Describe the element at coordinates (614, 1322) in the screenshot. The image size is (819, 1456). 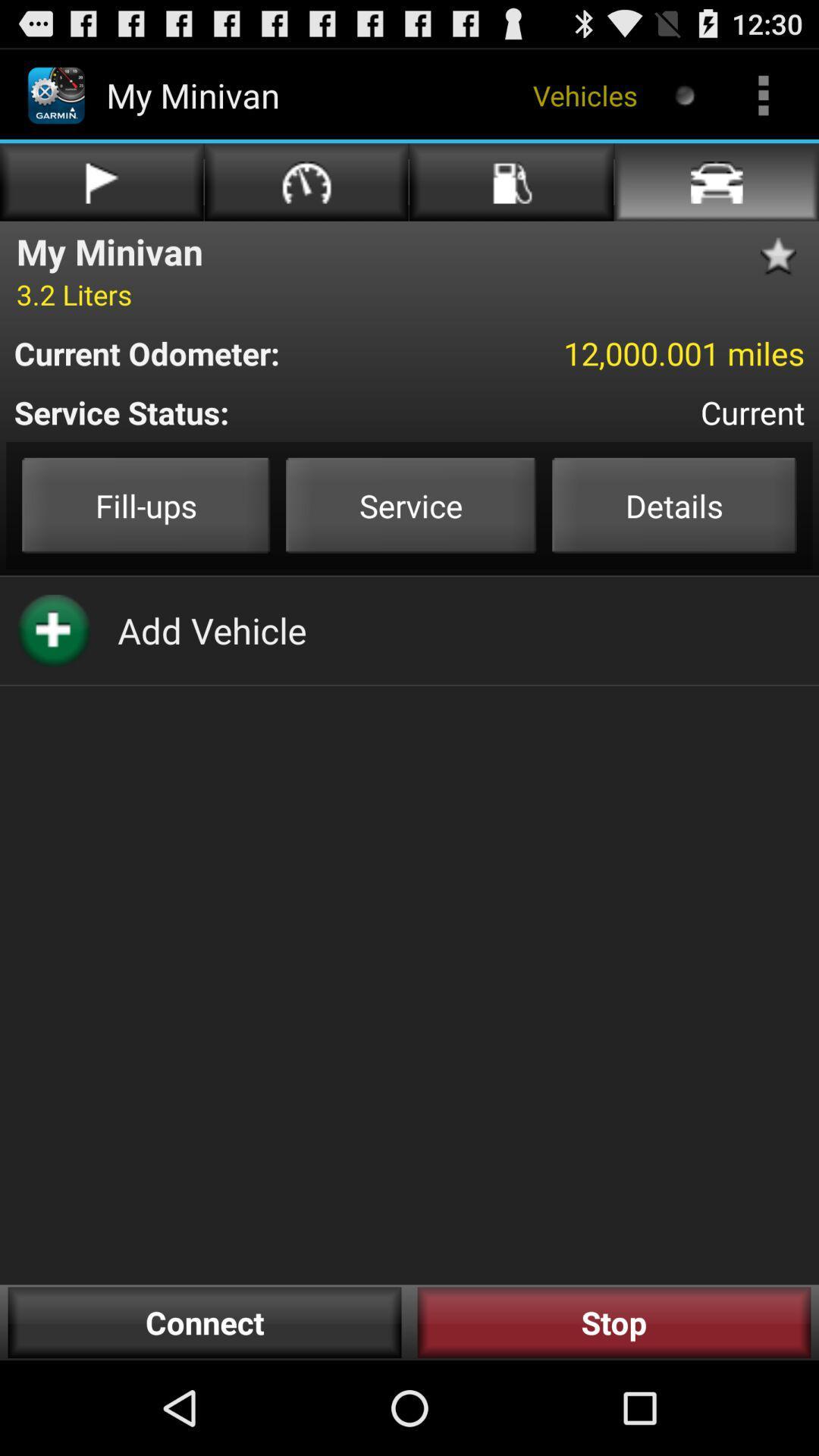
I see `the stop item` at that location.